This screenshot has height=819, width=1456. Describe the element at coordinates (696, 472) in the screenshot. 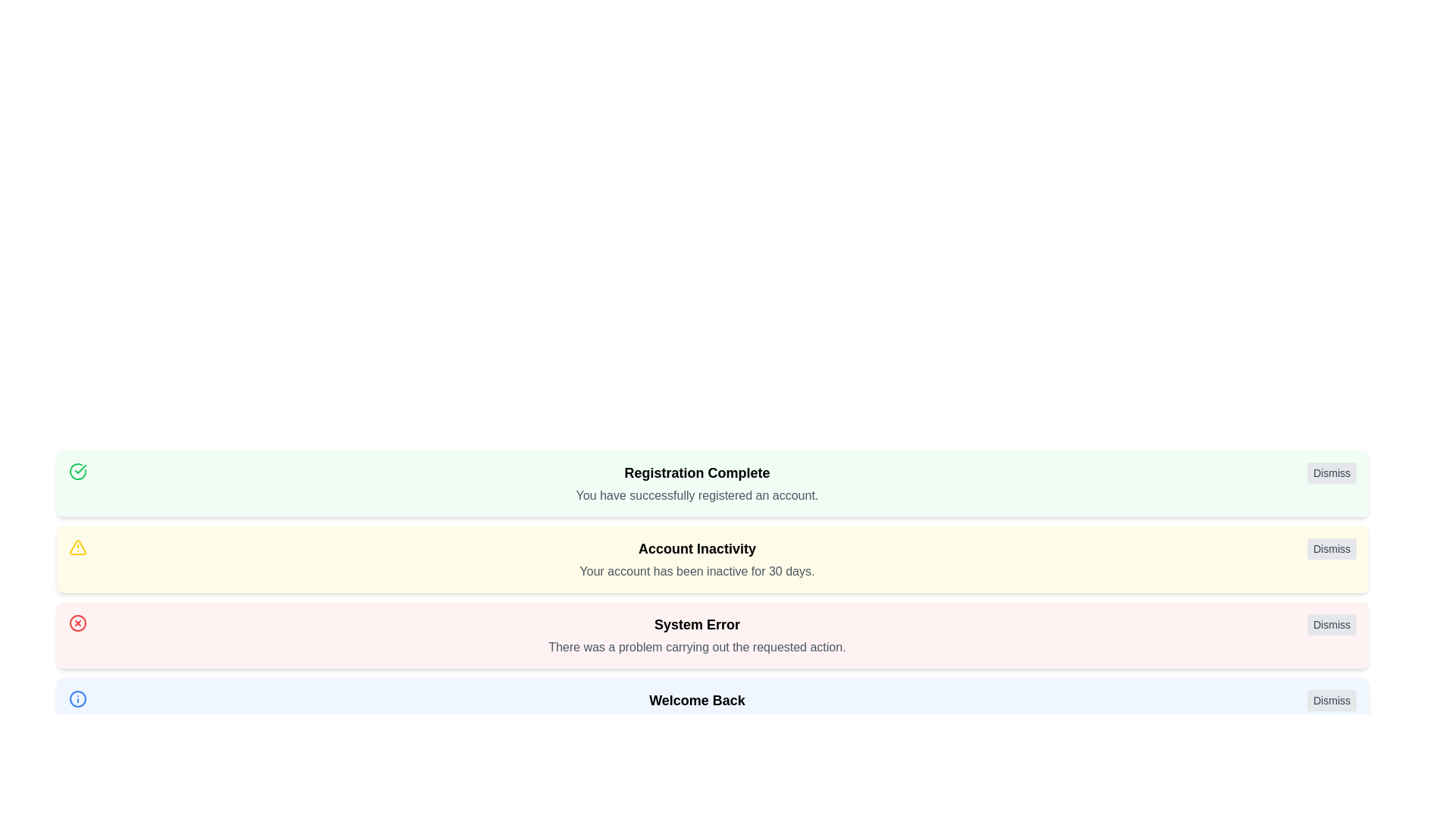

I see `the bold and large-sized text reading 'Registration Complete', which is displayed as a title in the notification section at the top of the page's notification stack` at that location.